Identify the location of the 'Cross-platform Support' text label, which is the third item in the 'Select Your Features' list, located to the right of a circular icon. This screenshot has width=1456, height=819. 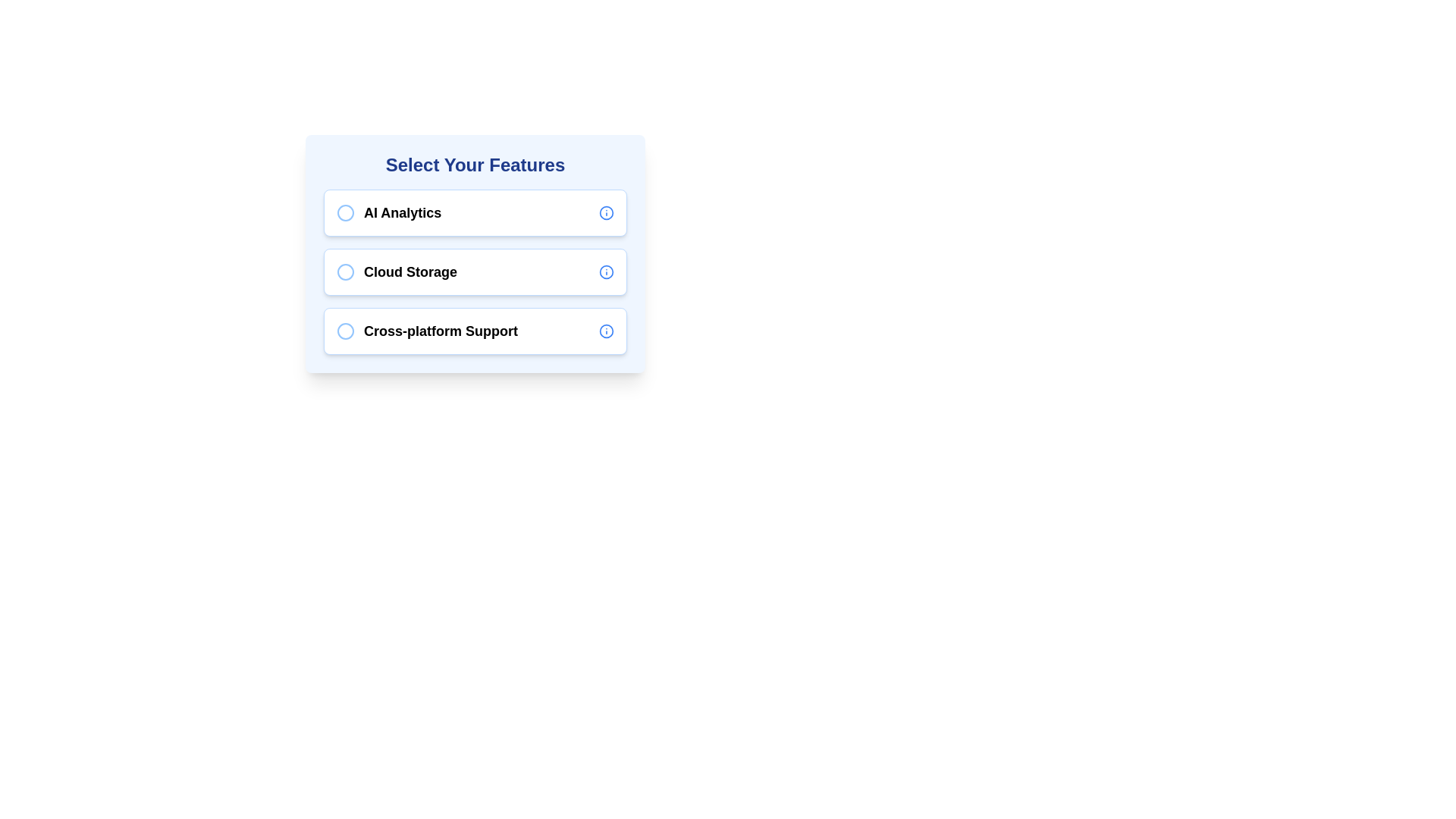
(440, 330).